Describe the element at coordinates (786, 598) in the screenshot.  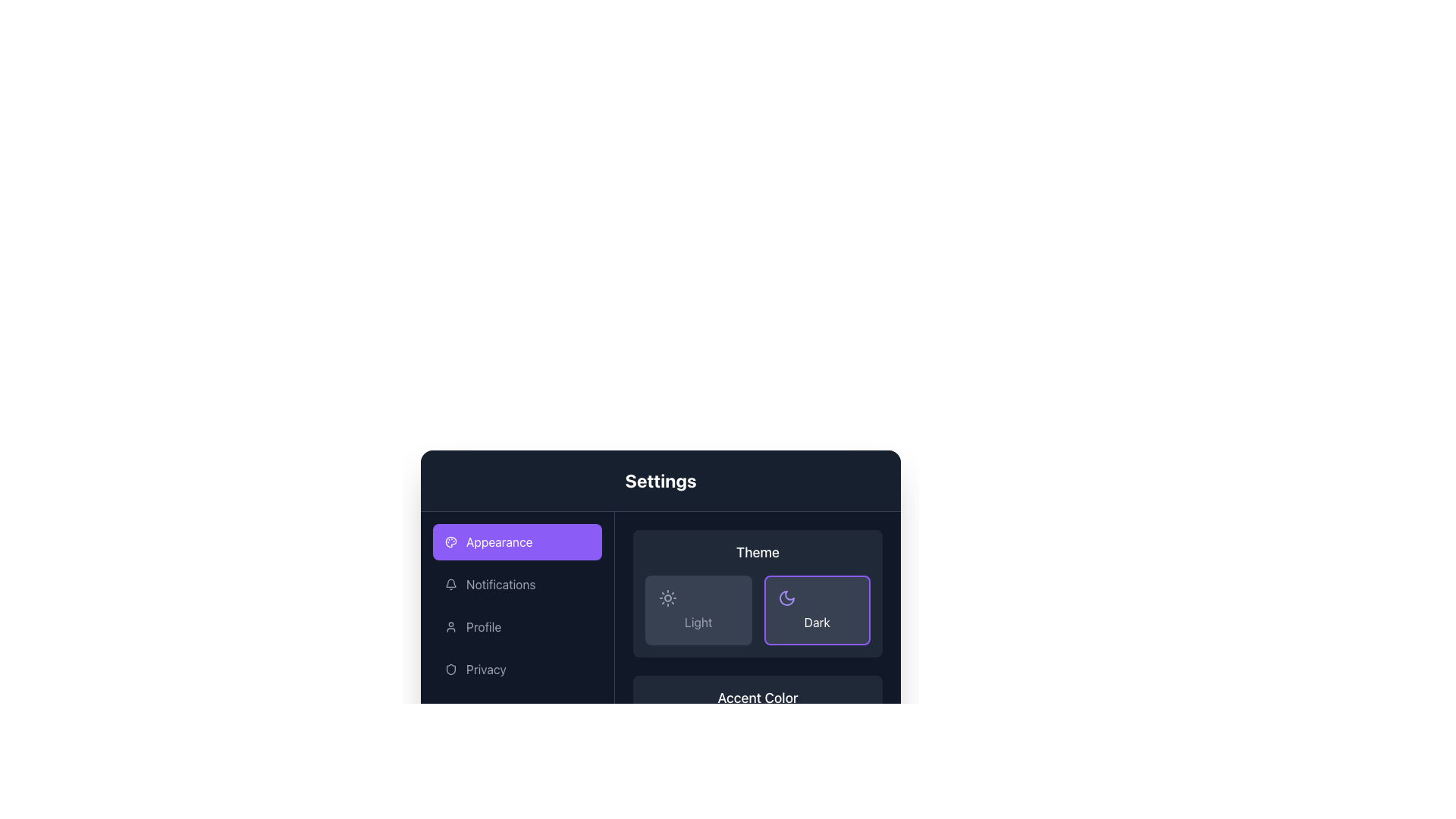
I see `the moon-shaped icon representing the dark theme setting, which is styled in violet and located within the 'Dark' button in the settings interface` at that location.